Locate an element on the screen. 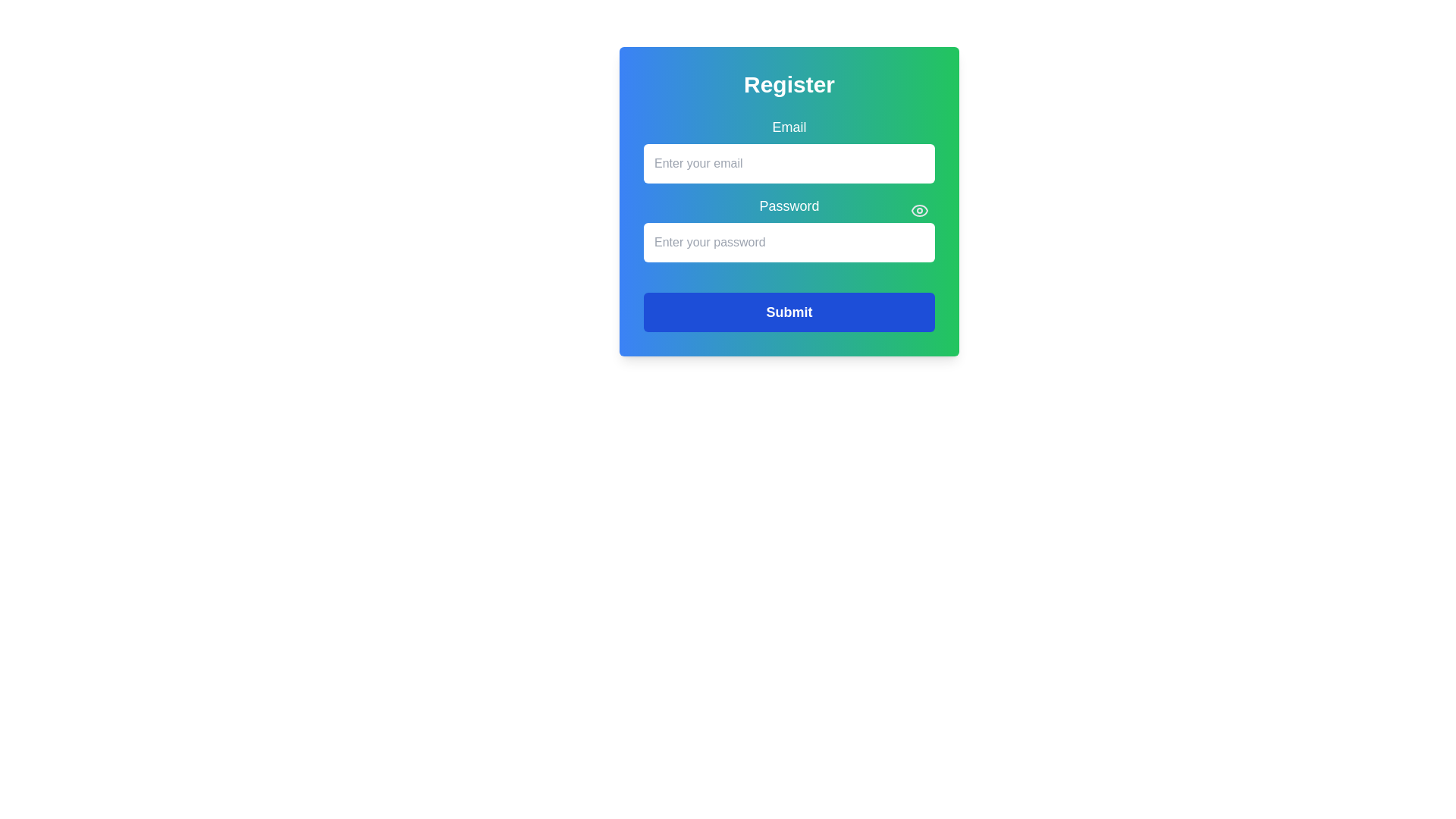 The width and height of the screenshot is (1456, 819). the submission button located at the bottom of the form card is located at coordinates (789, 312).